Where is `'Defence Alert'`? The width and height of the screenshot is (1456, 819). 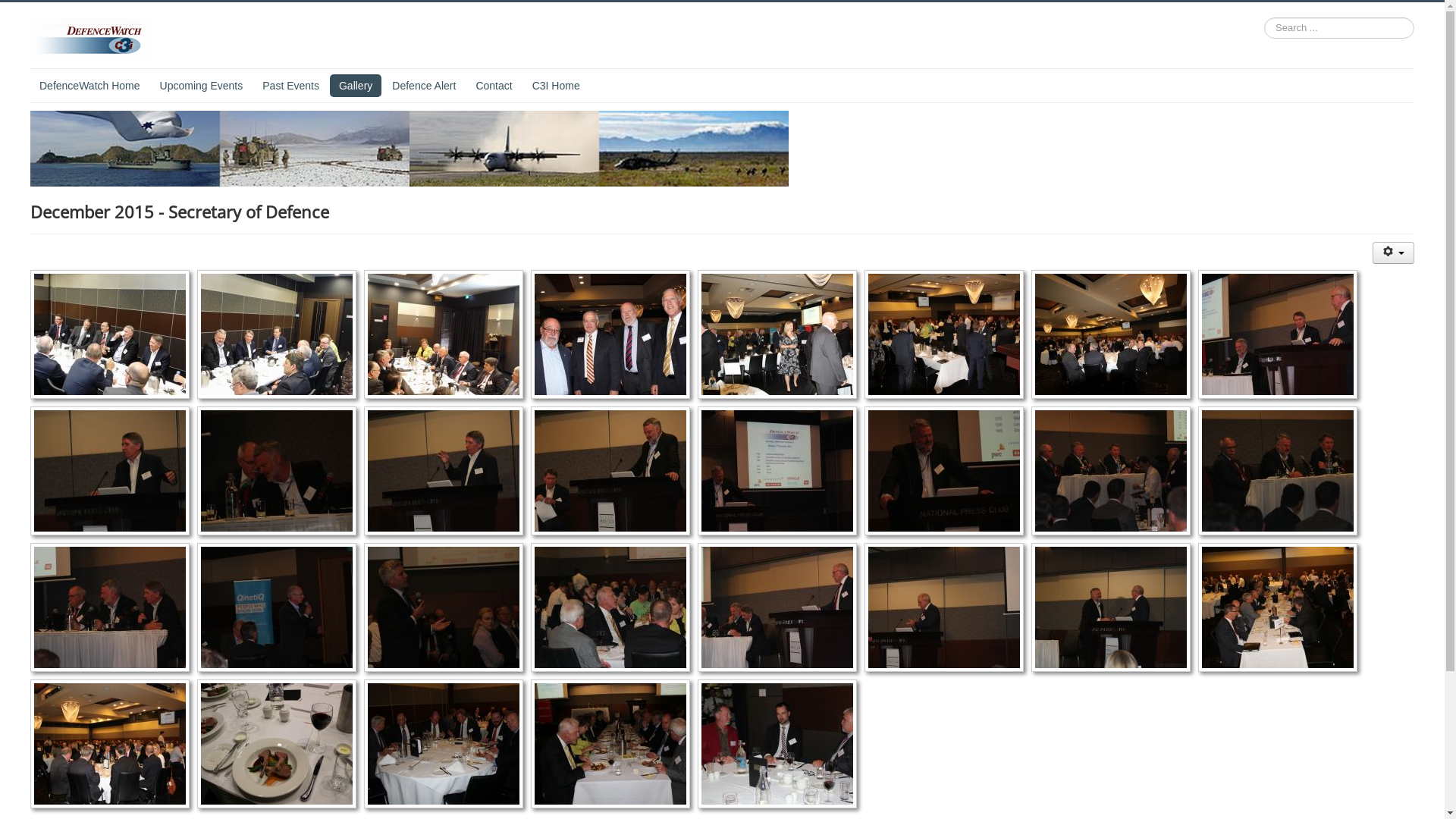 'Defence Alert' is located at coordinates (382, 85).